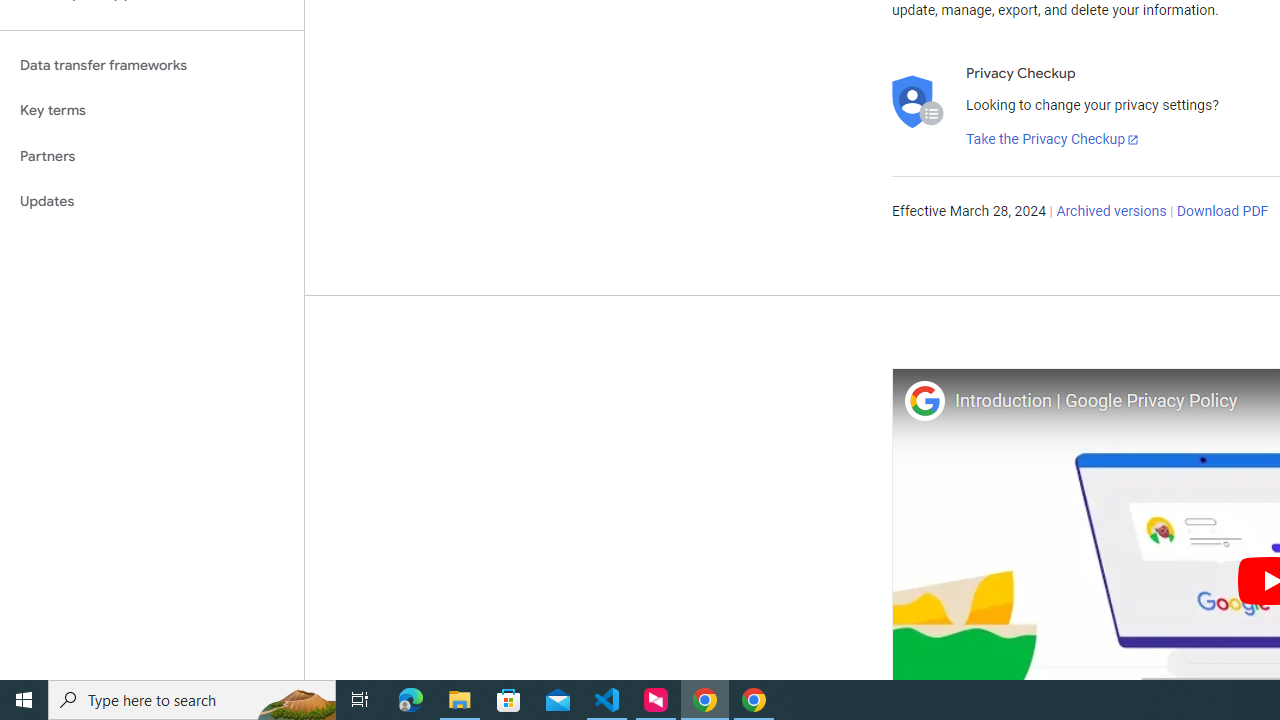 Image resolution: width=1280 pixels, height=720 pixels. What do you see at coordinates (1052, 139) in the screenshot?
I see `'Take the Privacy Checkup'` at bounding box center [1052, 139].